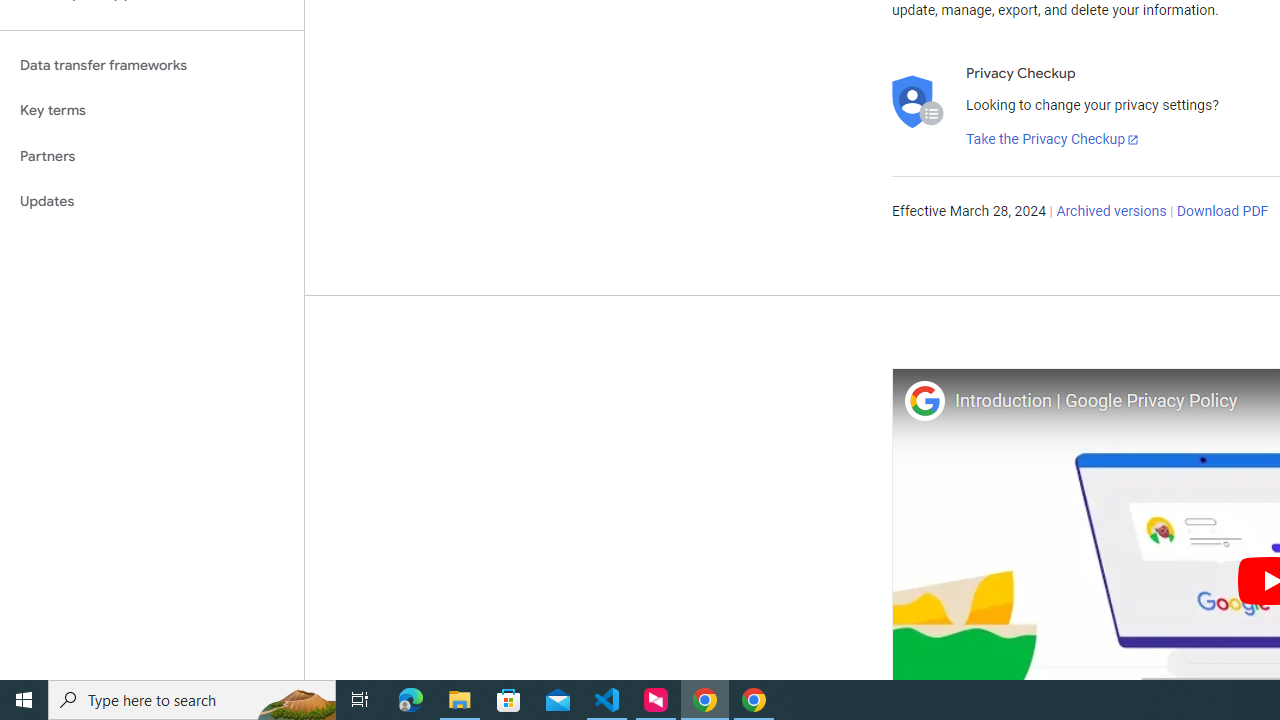 Image resolution: width=1280 pixels, height=720 pixels. What do you see at coordinates (1052, 139) in the screenshot?
I see `'Take the Privacy Checkup'` at bounding box center [1052, 139].